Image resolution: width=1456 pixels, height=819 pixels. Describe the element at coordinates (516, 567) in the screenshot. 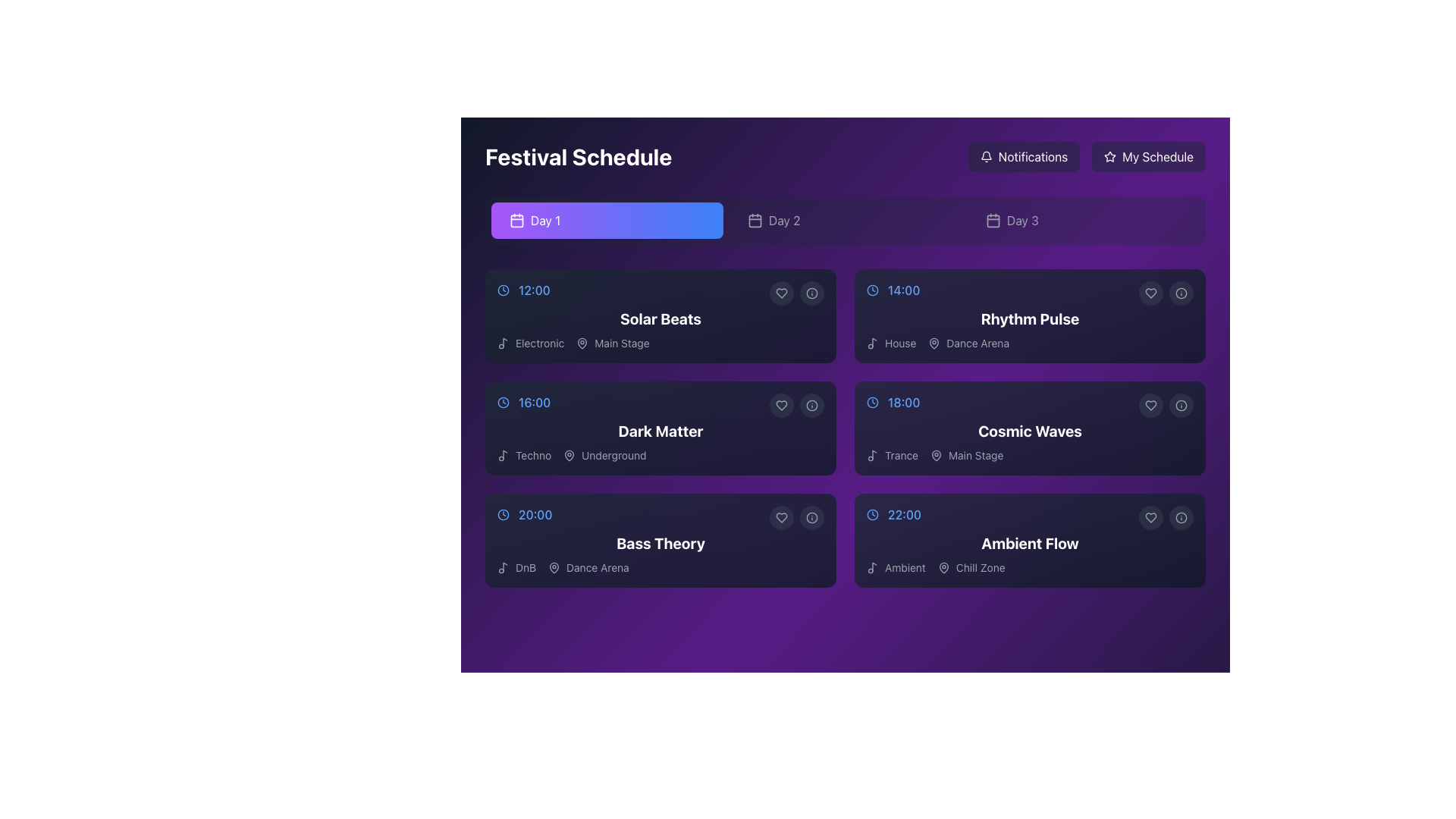

I see `contents of the text label displaying 'DnB', which is located at the bottom-left corner of the 'Bass Theory' schedule card, near the start time 20:00` at that location.